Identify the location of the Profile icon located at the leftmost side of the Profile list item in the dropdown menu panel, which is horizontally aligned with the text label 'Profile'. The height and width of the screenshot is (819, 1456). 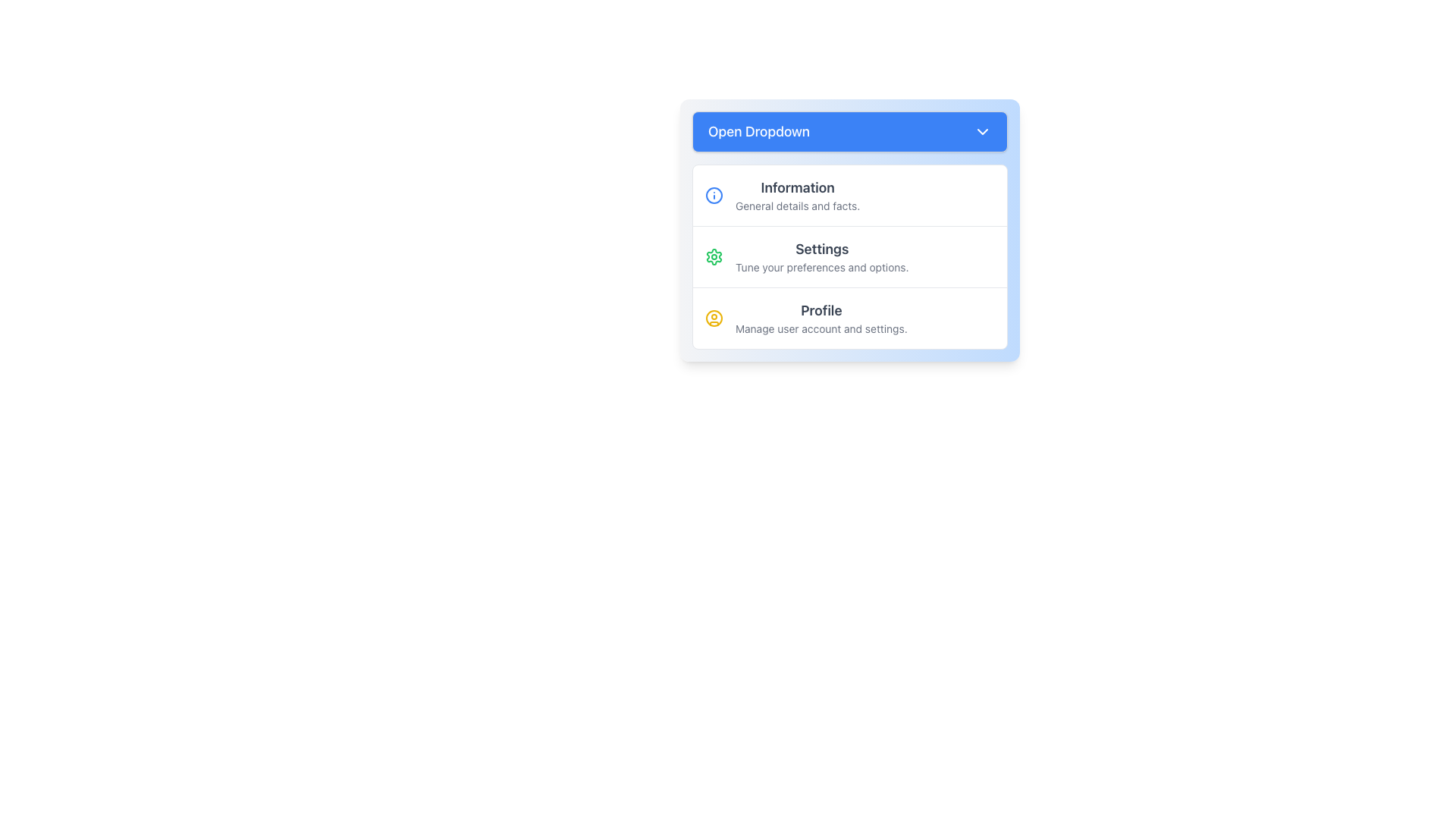
(713, 318).